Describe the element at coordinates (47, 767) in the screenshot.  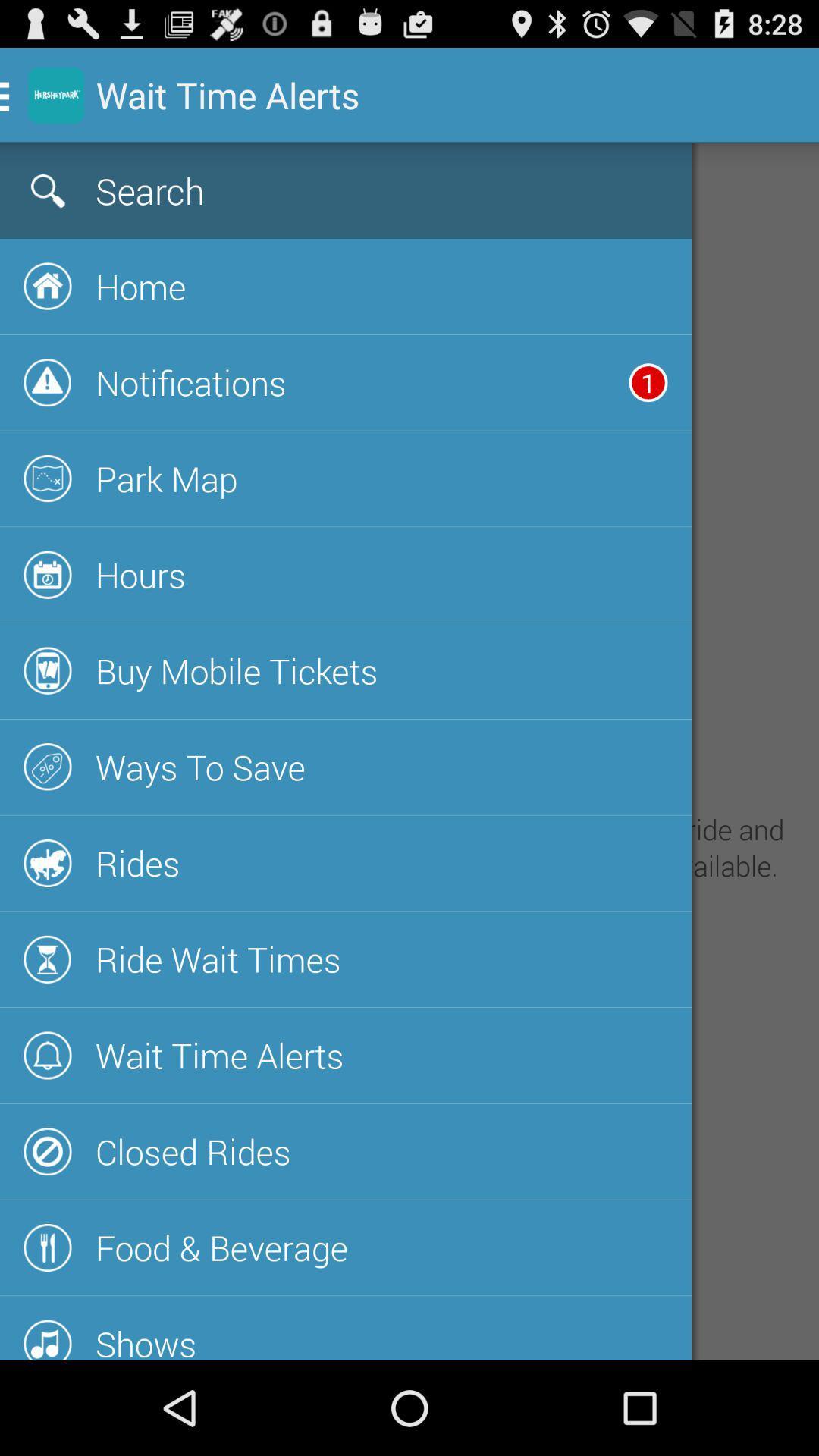
I see `the icon beside ways to save` at that location.